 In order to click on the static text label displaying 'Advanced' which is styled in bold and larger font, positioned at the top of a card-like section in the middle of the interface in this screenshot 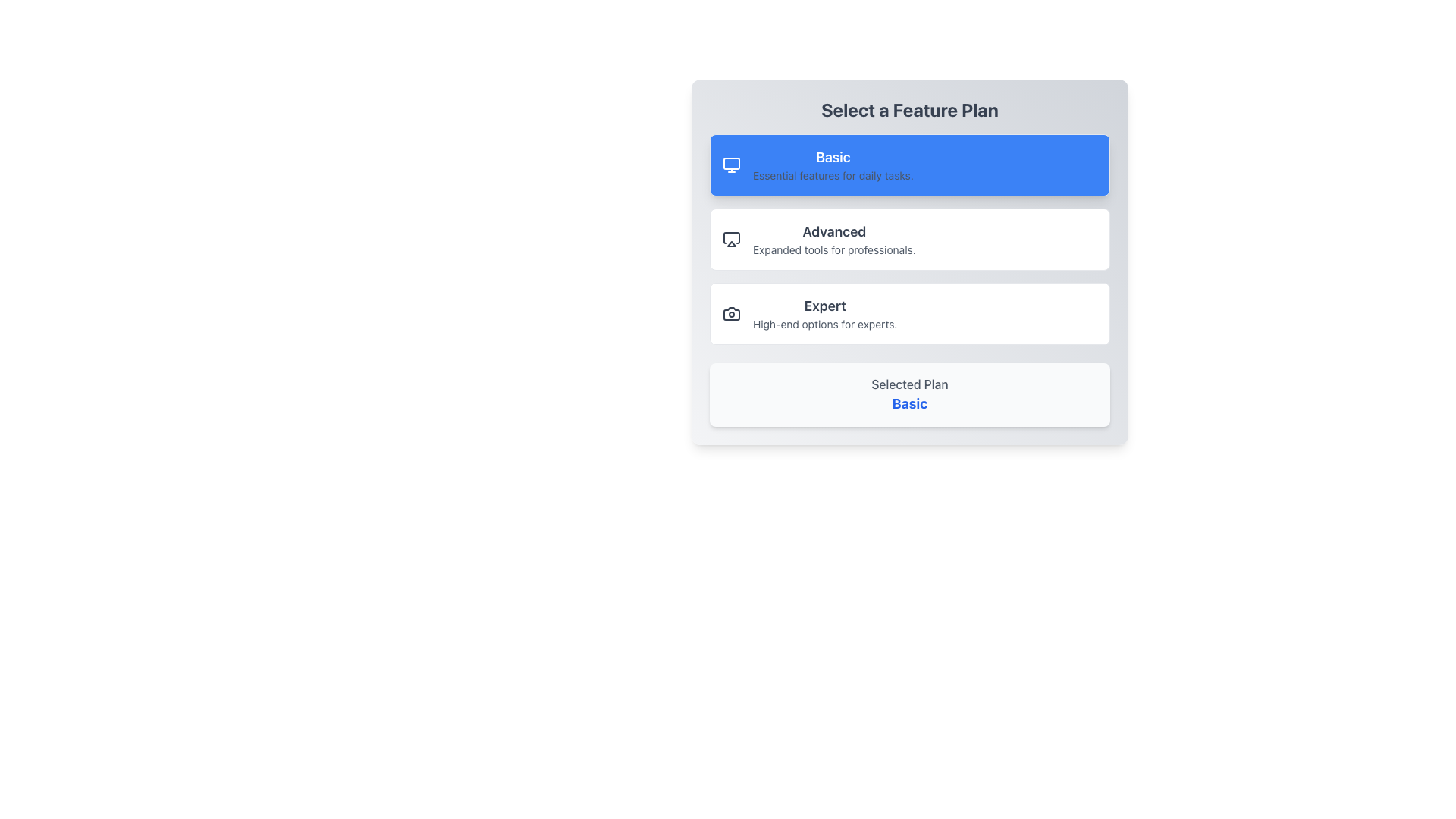, I will do `click(833, 231)`.